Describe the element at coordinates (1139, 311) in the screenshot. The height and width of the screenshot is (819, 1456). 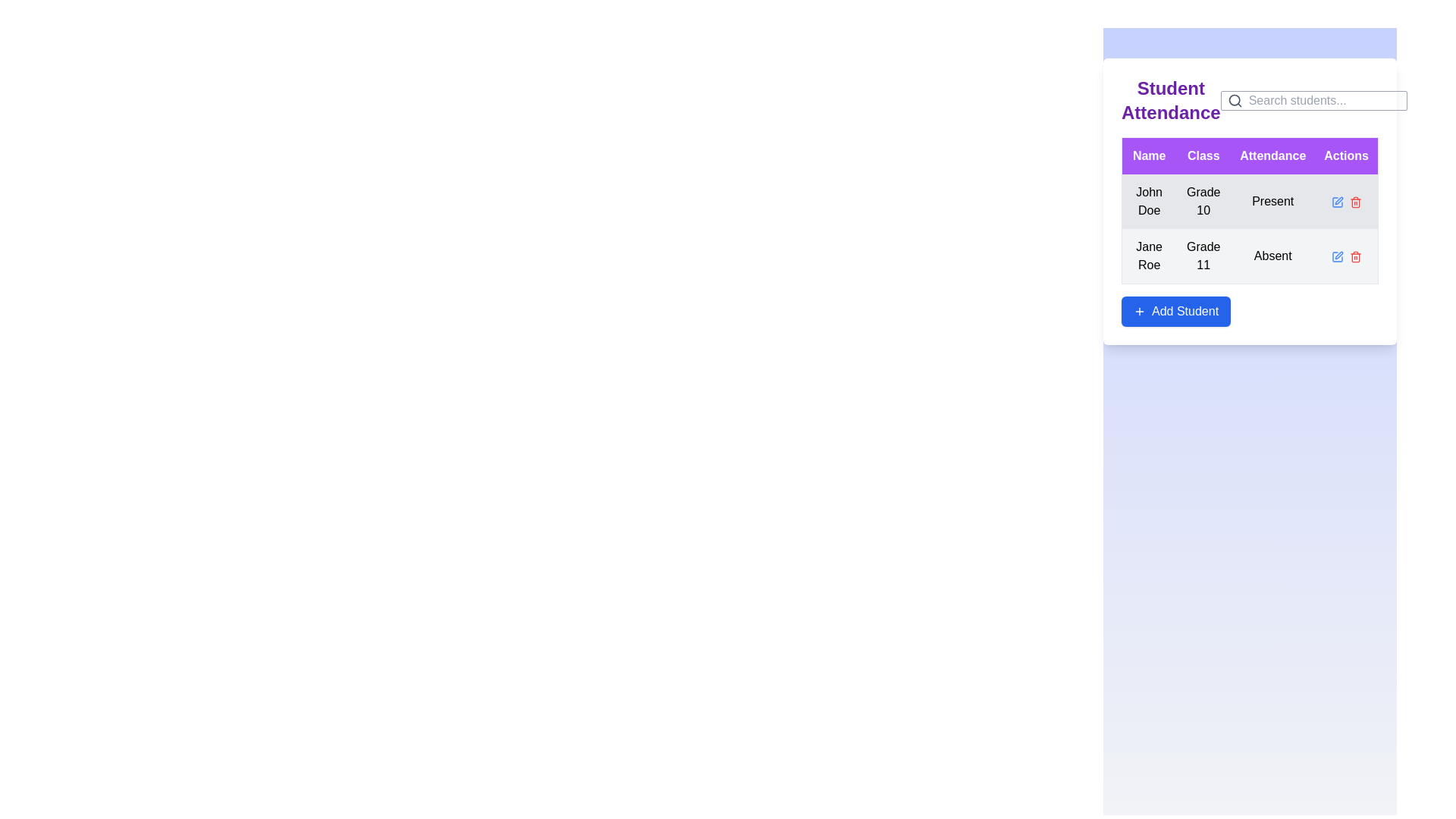
I see `the plus sign icon inside the 'Add Student' button` at that location.